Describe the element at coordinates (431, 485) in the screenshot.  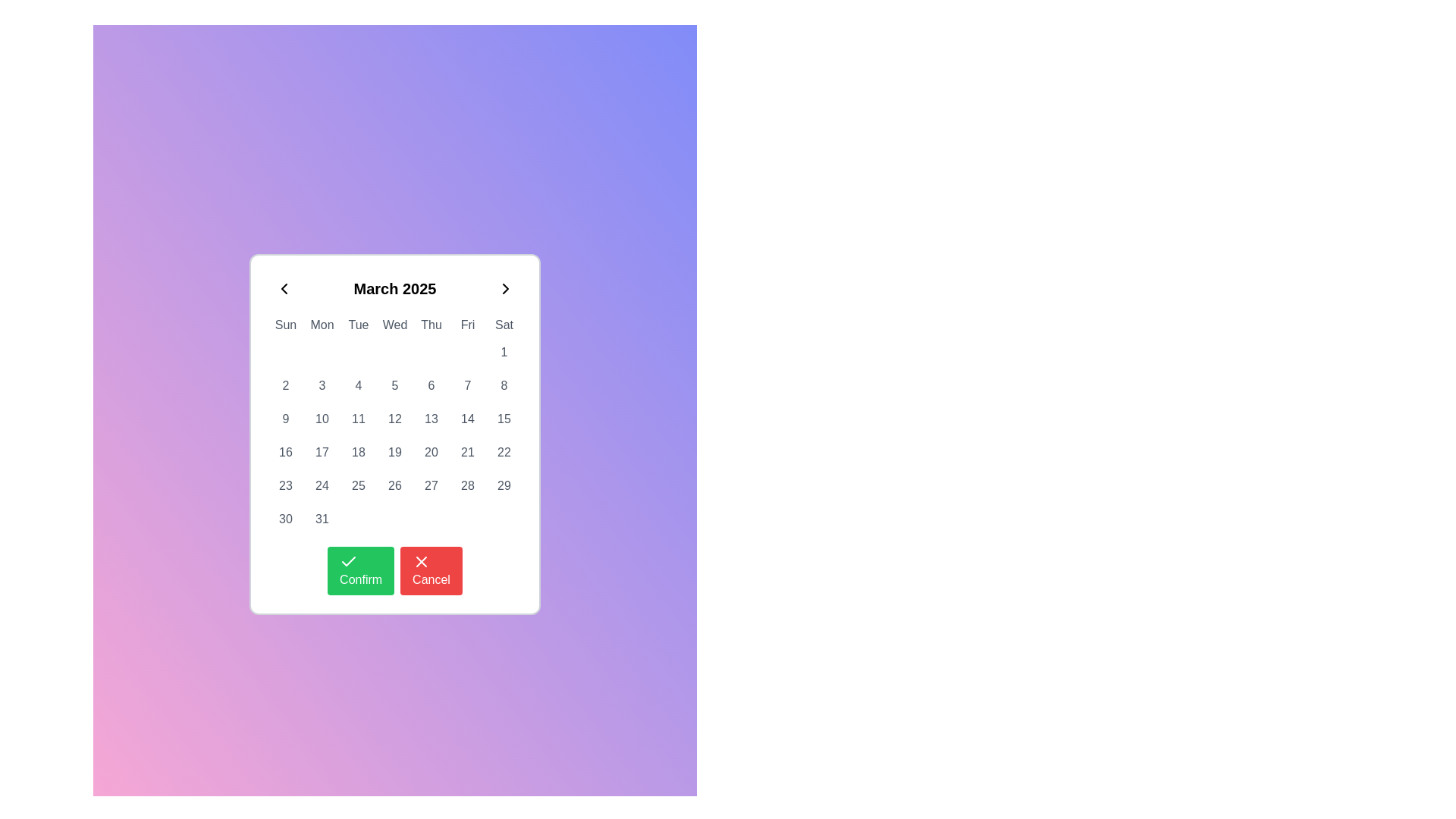
I see `the button representing the date '27' in the March 2025 calendar` at that location.